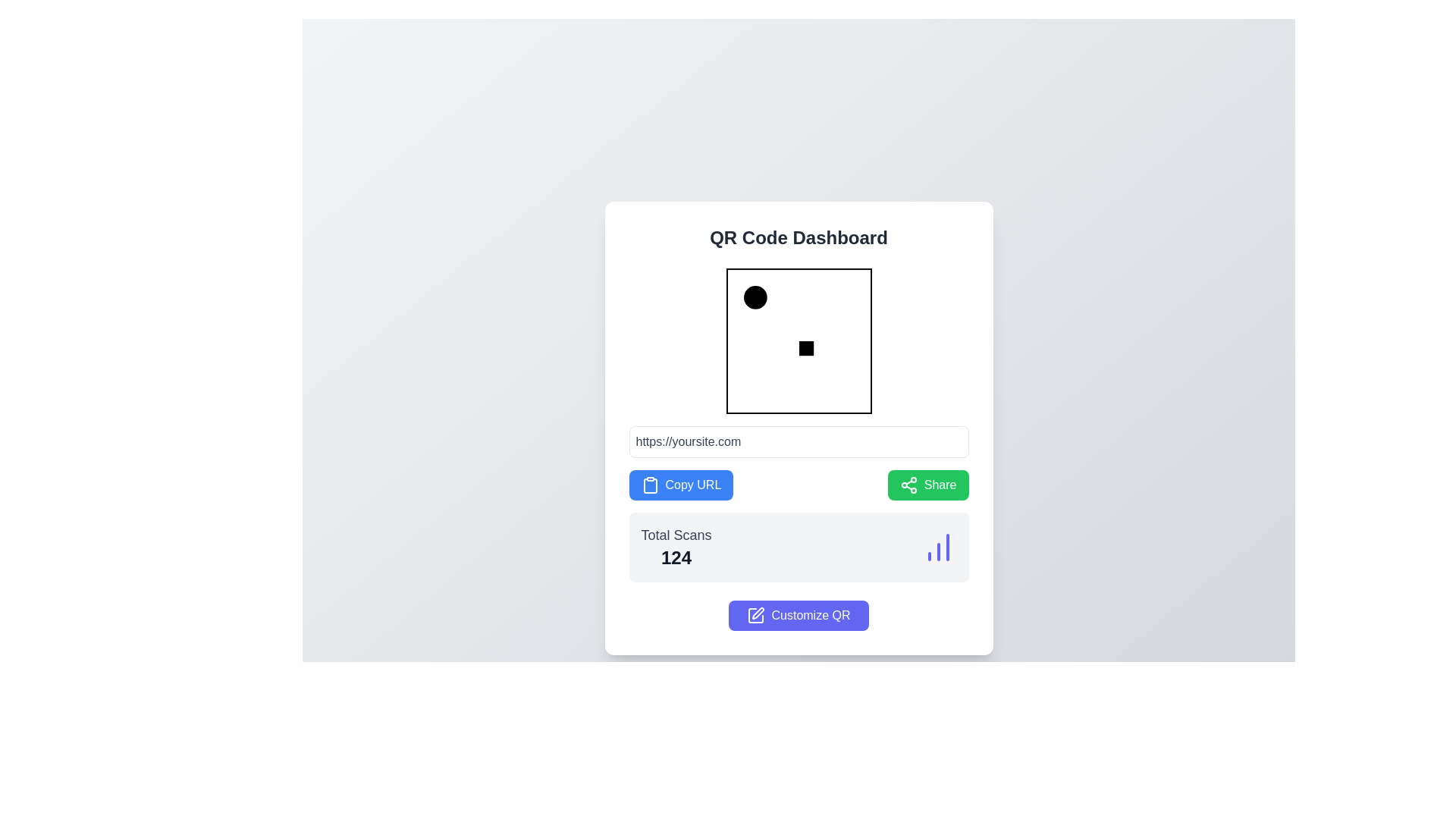  Describe the element at coordinates (680, 485) in the screenshot. I see `the button located in the upper center part of the interface, which copies the URL displayed in the text input field into the clipboard` at that location.